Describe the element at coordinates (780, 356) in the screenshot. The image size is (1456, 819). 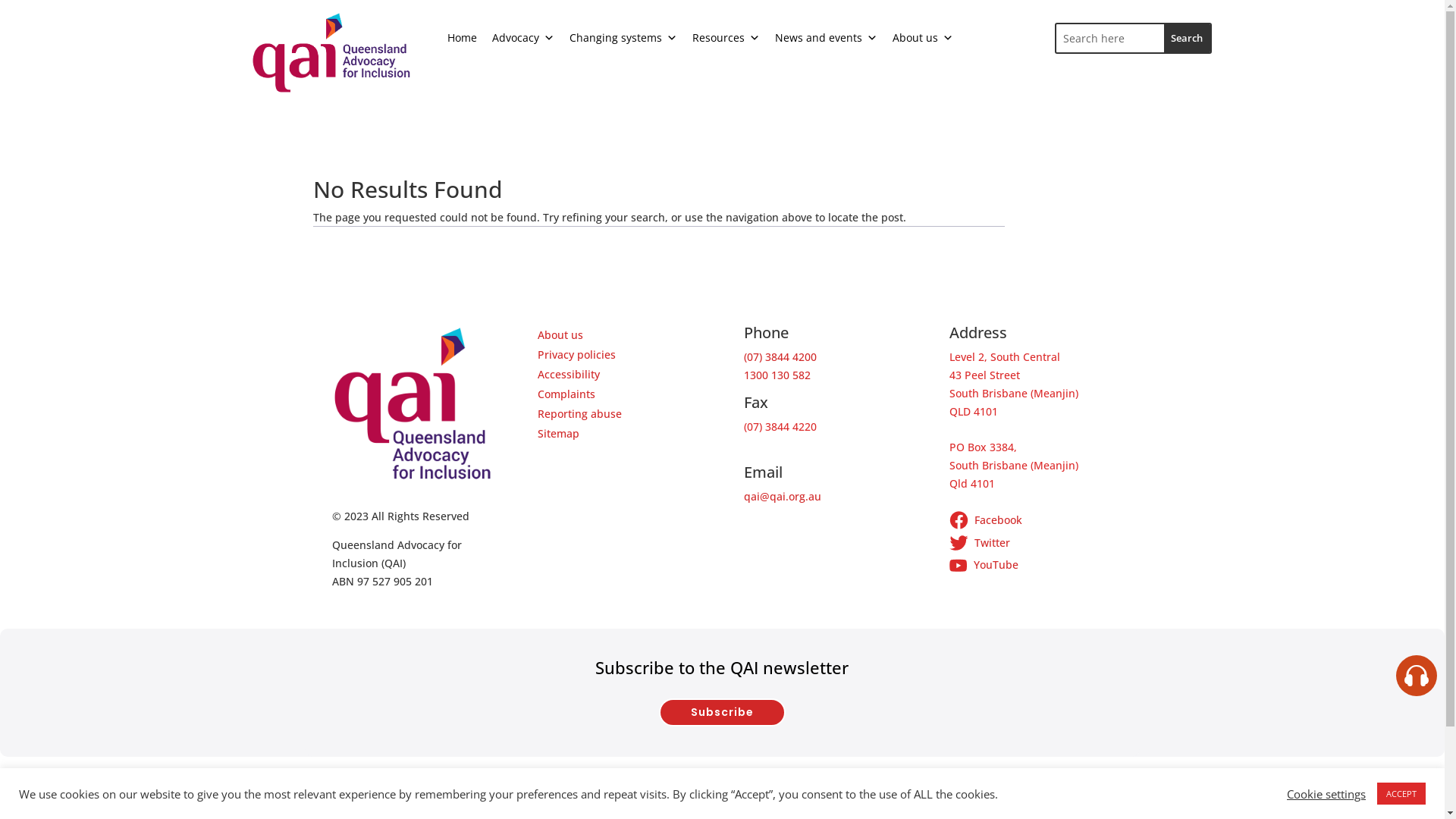
I see `'(07) 3844 4200'` at that location.